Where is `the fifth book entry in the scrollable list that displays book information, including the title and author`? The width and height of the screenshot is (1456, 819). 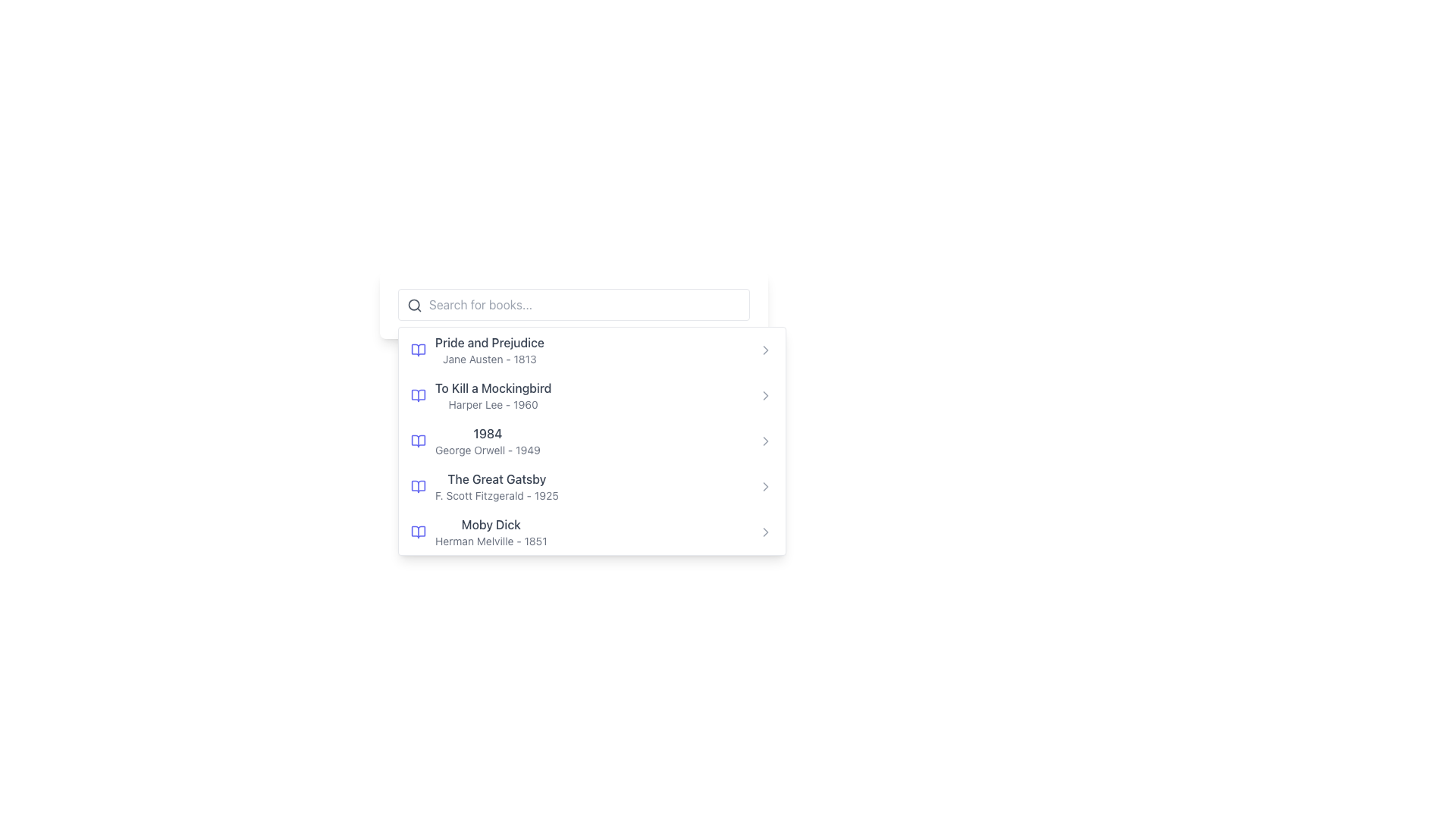
the fifth book entry in the scrollable list that displays book information, including the title and author is located at coordinates (491, 532).